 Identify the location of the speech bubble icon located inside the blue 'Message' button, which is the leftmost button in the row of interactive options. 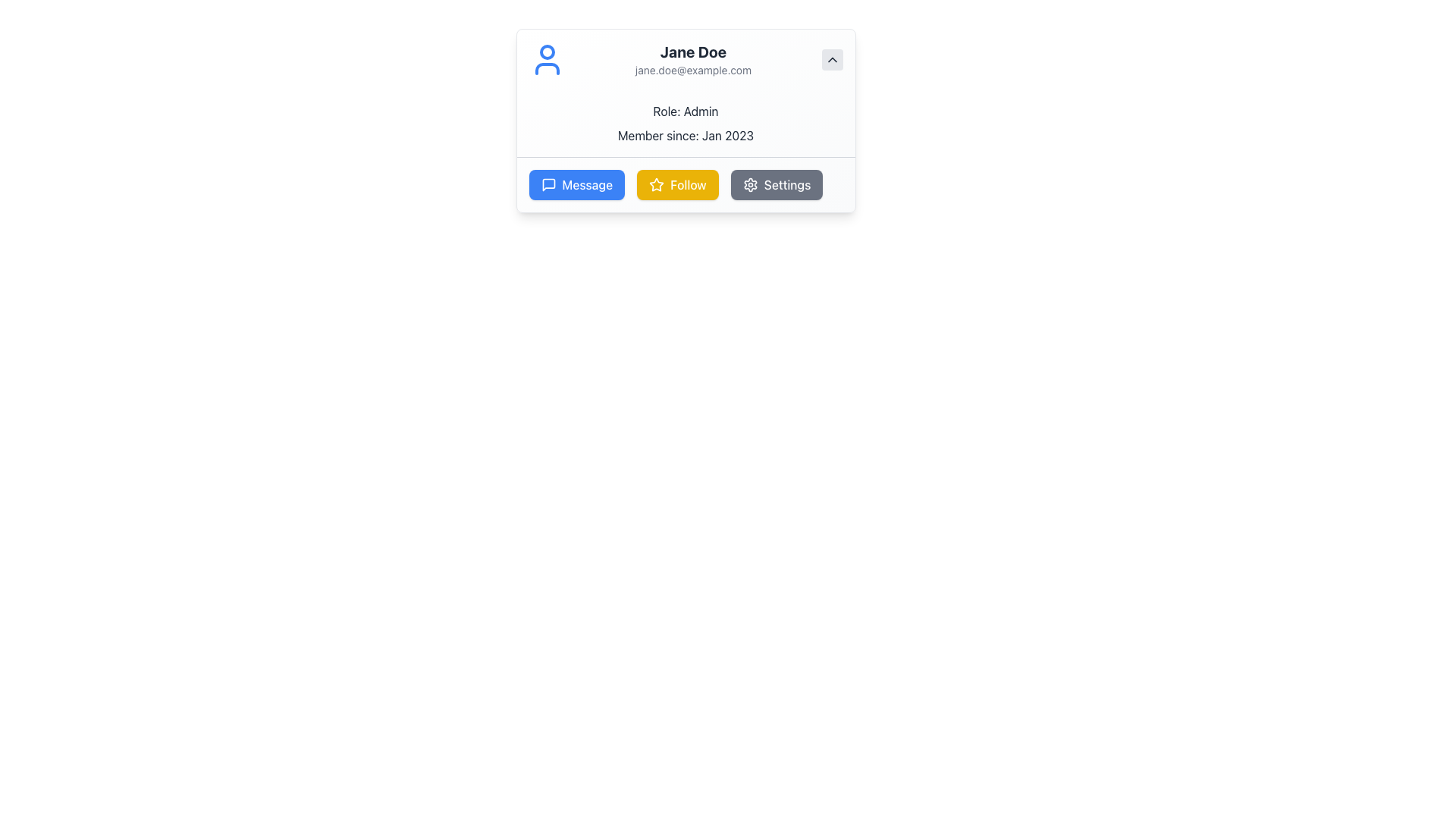
(548, 184).